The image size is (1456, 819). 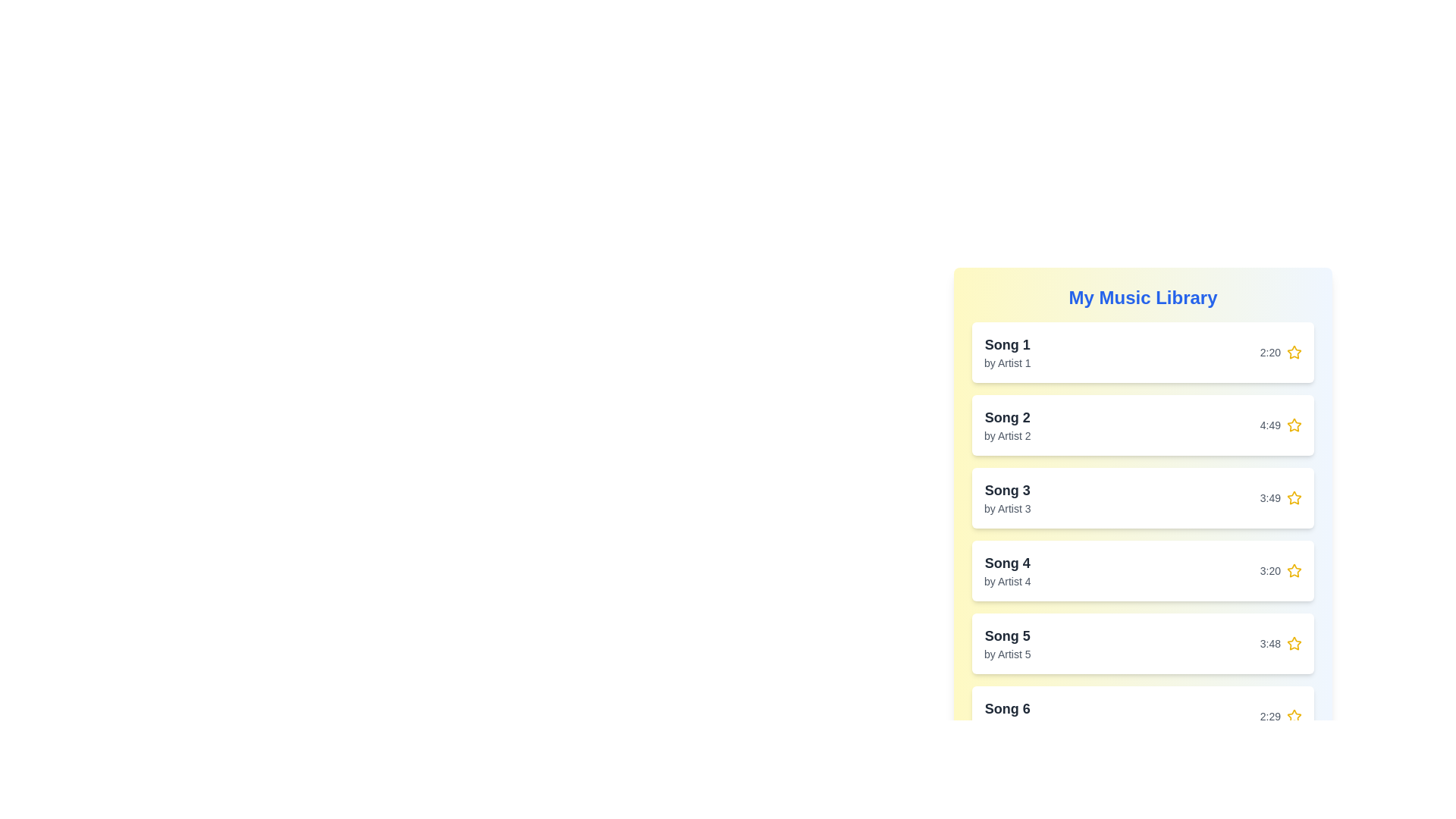 I want to click on the favorite icon located on the rightmost side of the 'Song 1' list item, so click(x=1294, y=352).